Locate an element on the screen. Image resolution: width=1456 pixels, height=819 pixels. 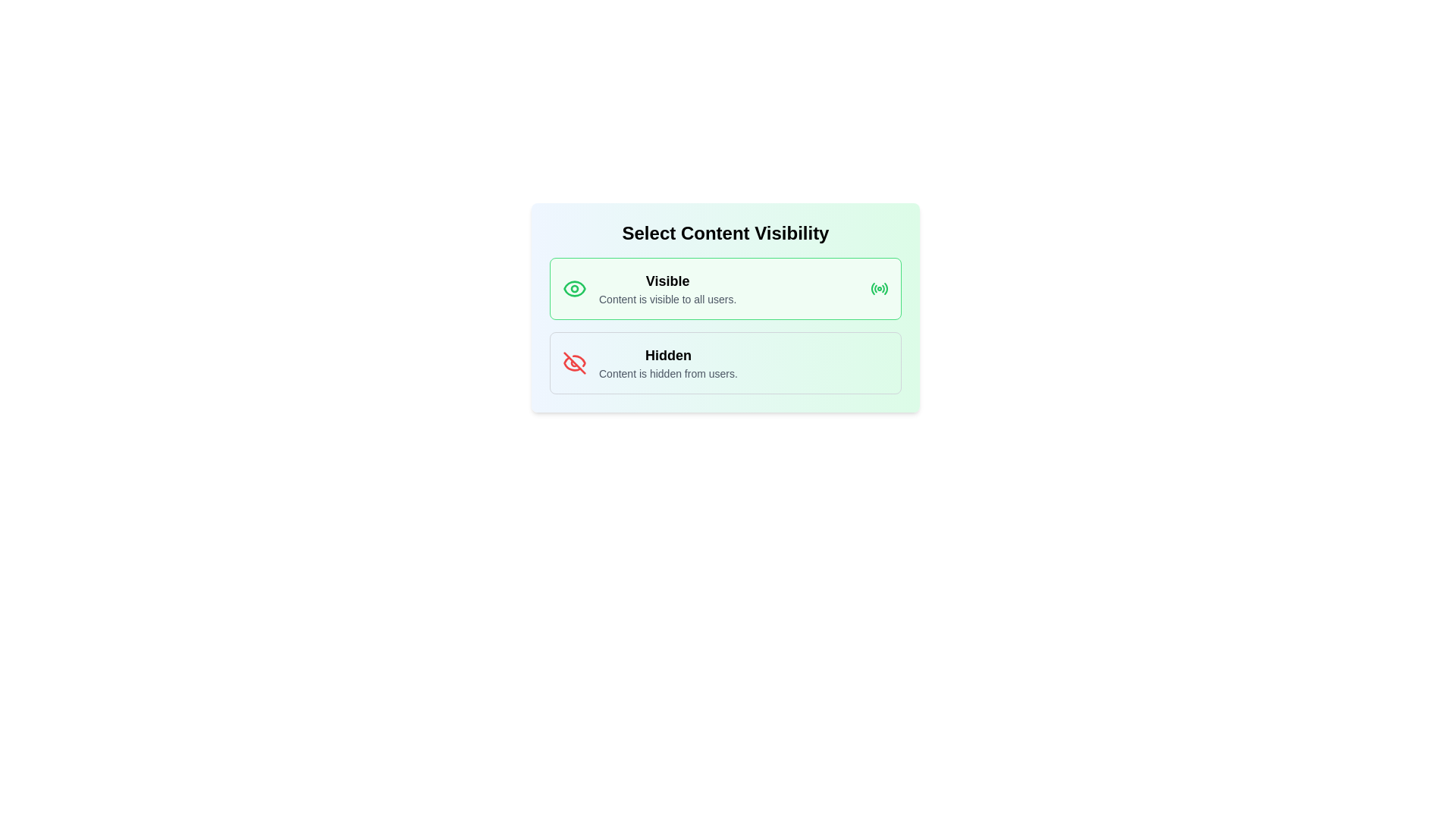
the 'Hidden' visibility option button located below the 'Visible' option in the vertical list of visibility states is located at coordinates (724, 362).